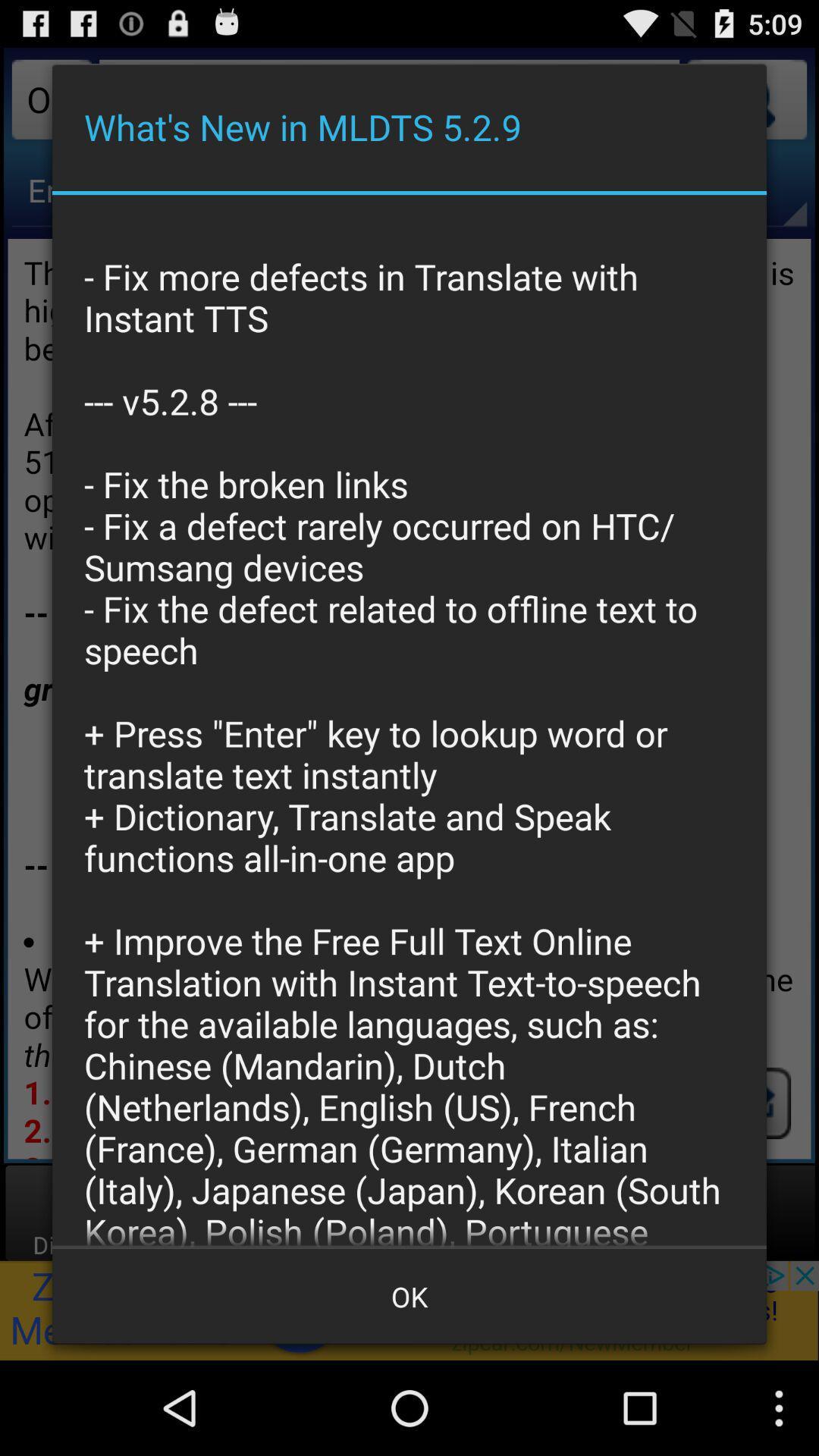 Image resolution: width=819 pixels, height=1456 pixels. I want to click on the item below the fix more defects item, so click(409, 1295).